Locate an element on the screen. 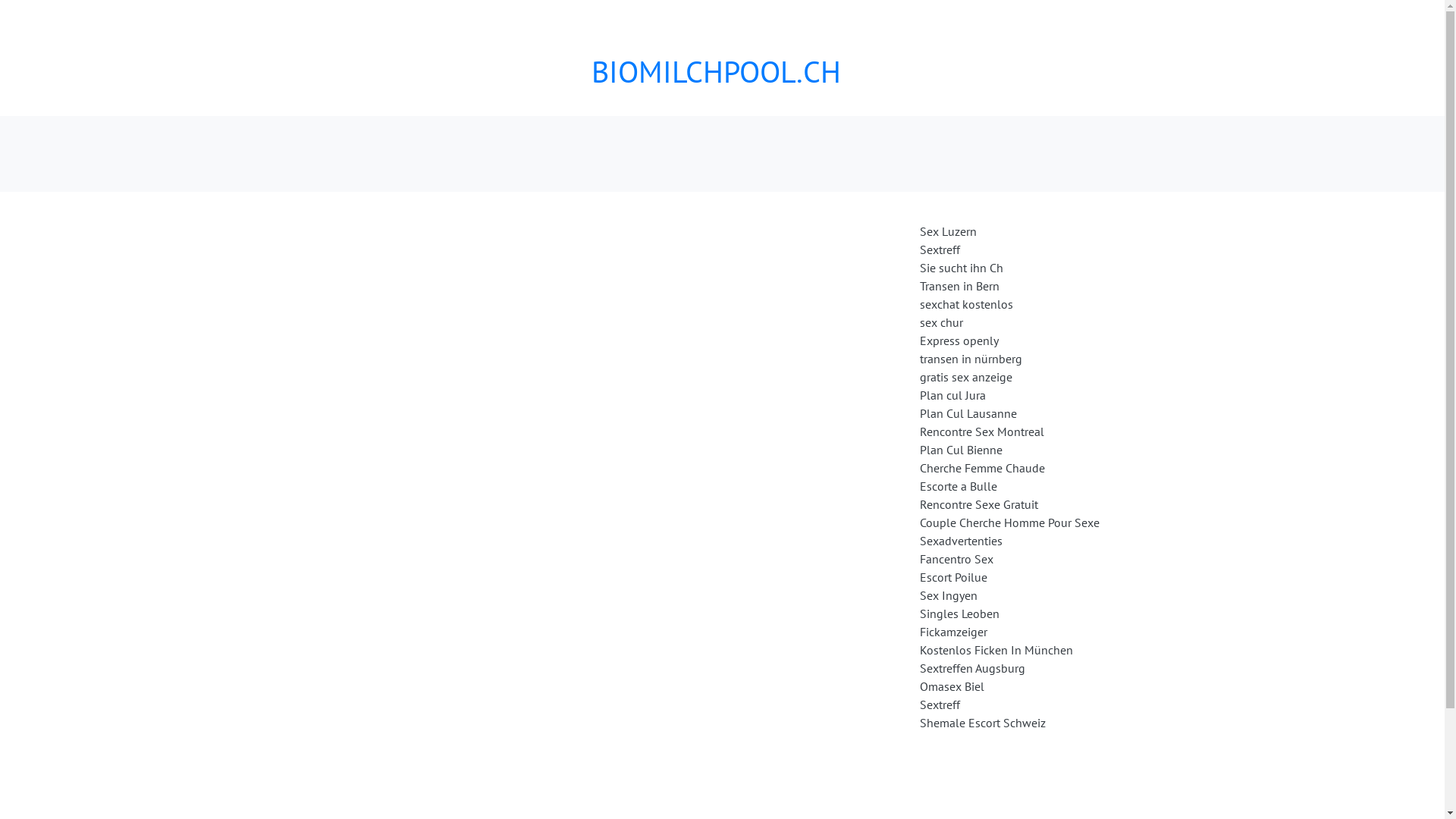 This screenshot has width=1456, height=819. 'Plan Cul Lausanne' is located at coordinates (967, 413).